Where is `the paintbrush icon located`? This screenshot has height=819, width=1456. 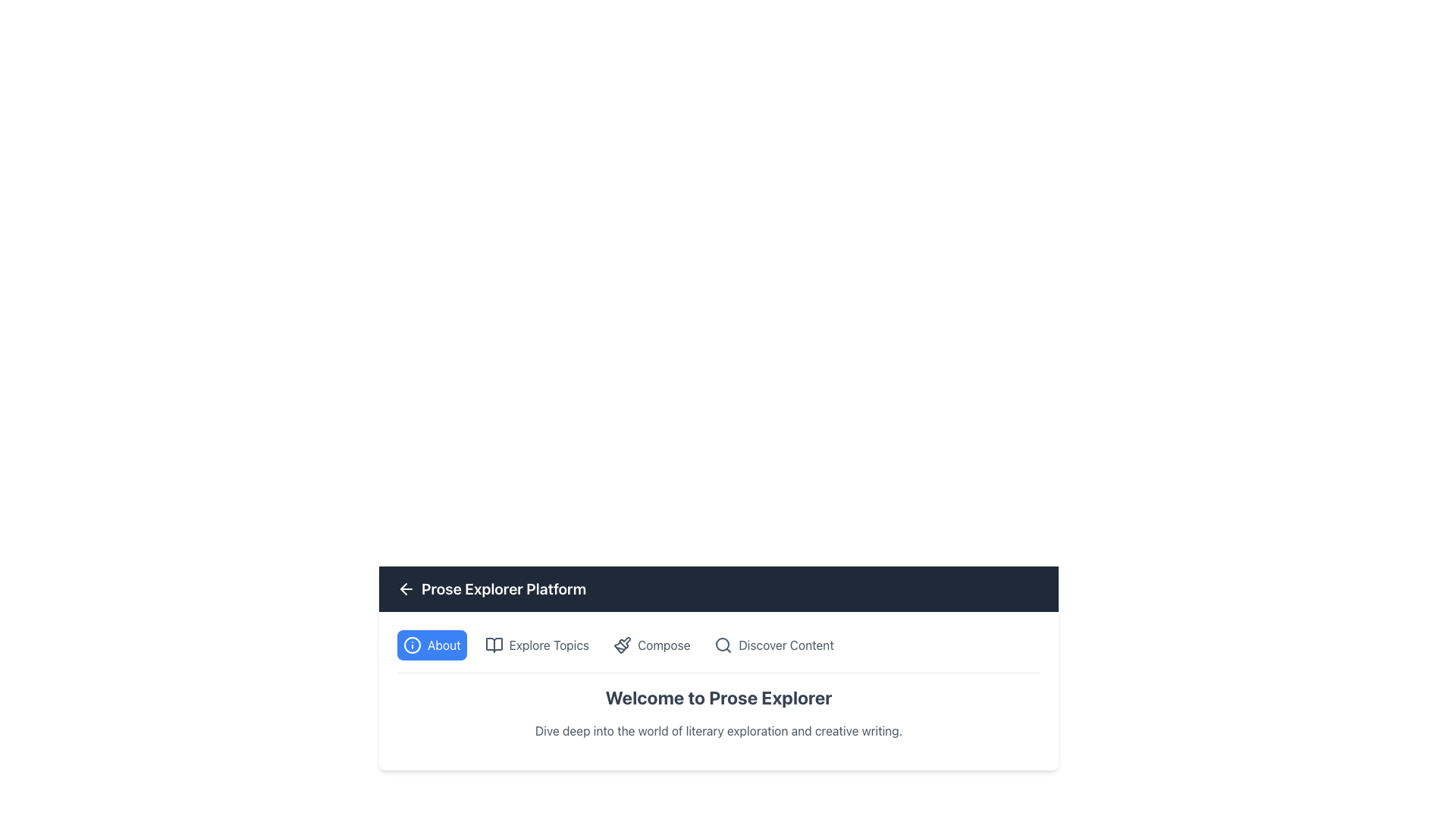 the paintbrush icon located is located at coordinates (625, 642).